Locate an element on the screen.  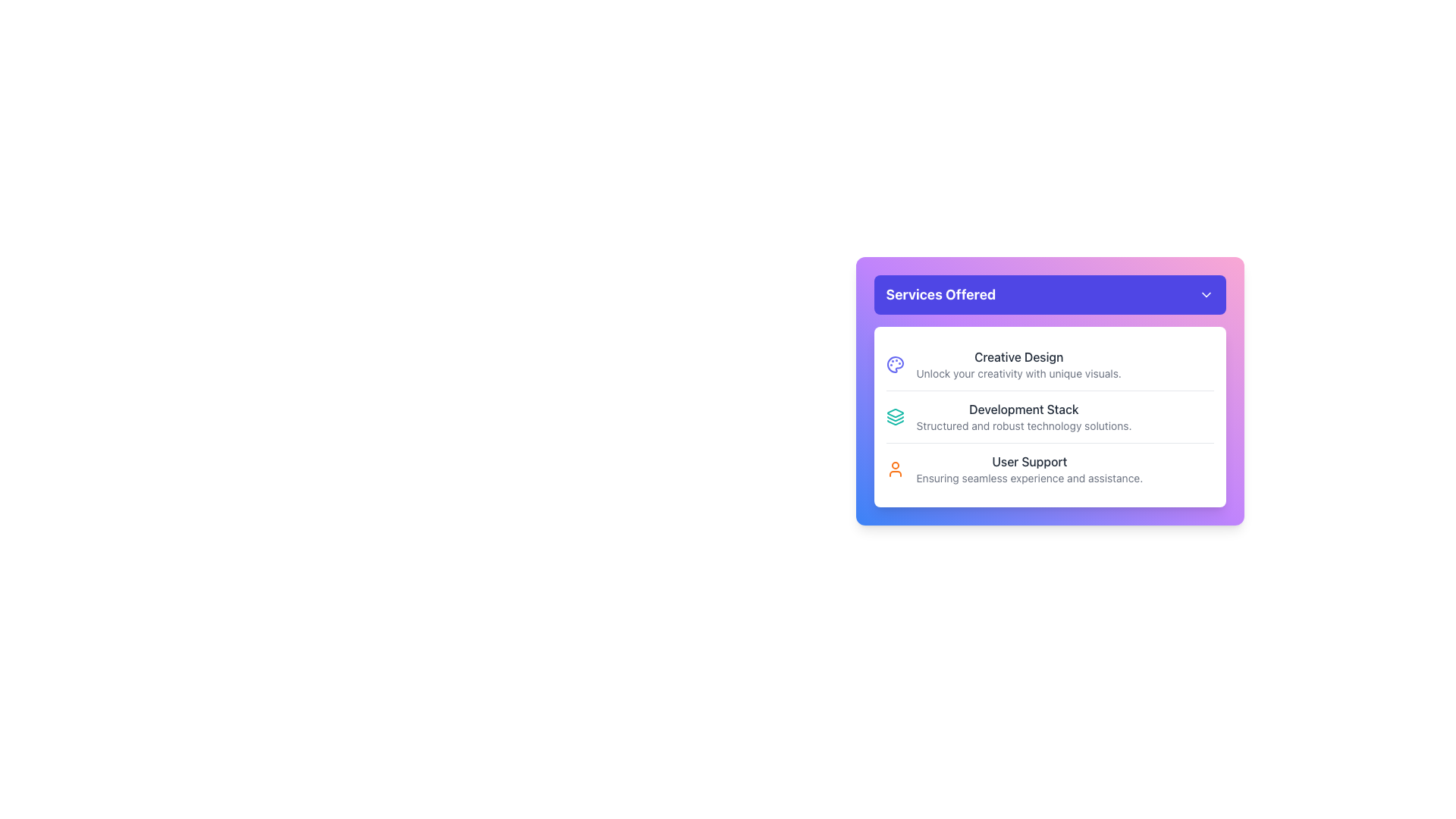
the 'User Support' text block, which includes a title and subtitle, located in the third position of the 'Services Offered' list is located at coordinates (1029, 468).